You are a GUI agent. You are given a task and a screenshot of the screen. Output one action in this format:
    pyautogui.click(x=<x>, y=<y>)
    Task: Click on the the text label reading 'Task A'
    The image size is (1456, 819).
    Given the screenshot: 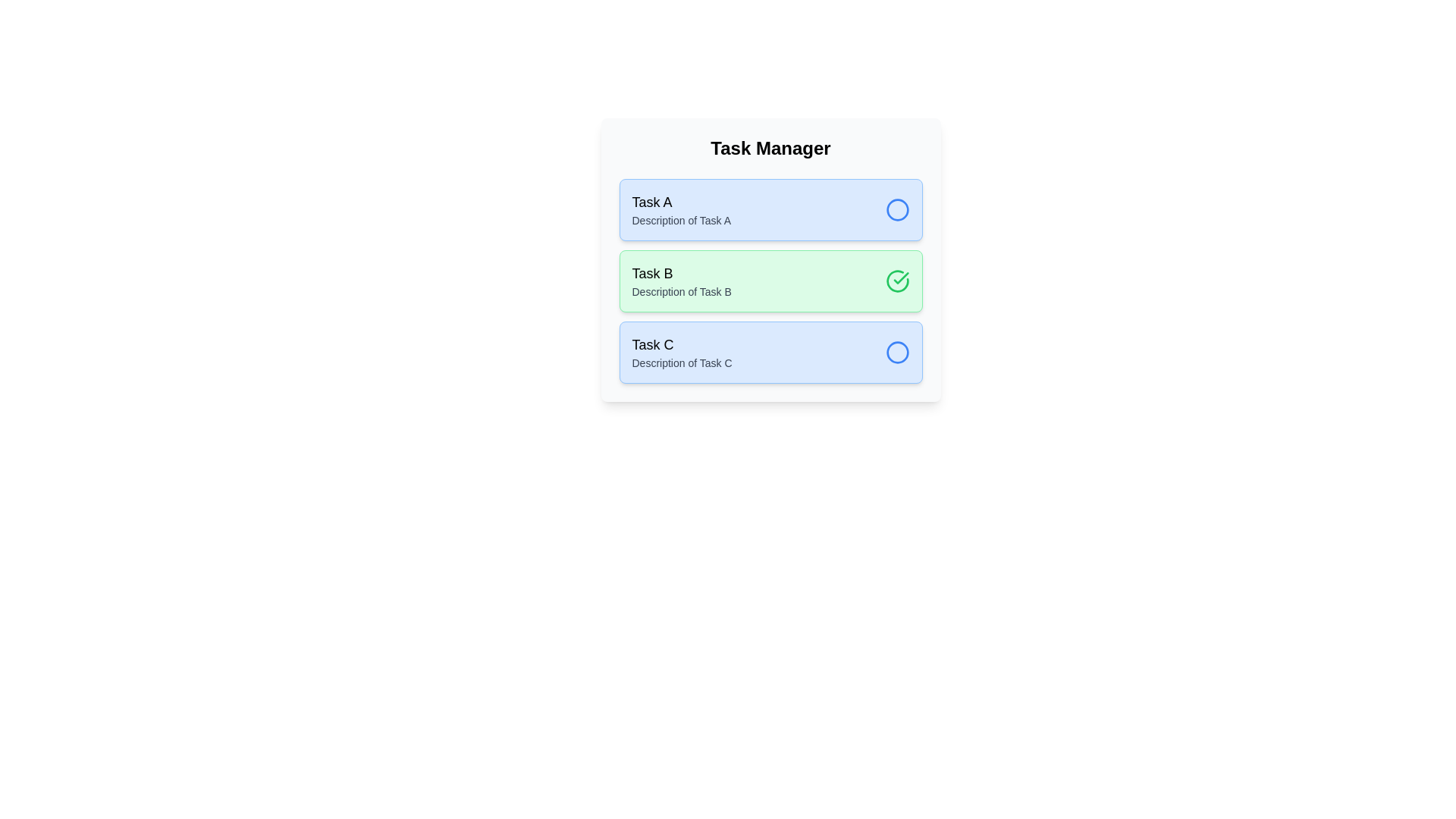 What is the action you would take?
    pyautogui.click(x=680, y=201)
    